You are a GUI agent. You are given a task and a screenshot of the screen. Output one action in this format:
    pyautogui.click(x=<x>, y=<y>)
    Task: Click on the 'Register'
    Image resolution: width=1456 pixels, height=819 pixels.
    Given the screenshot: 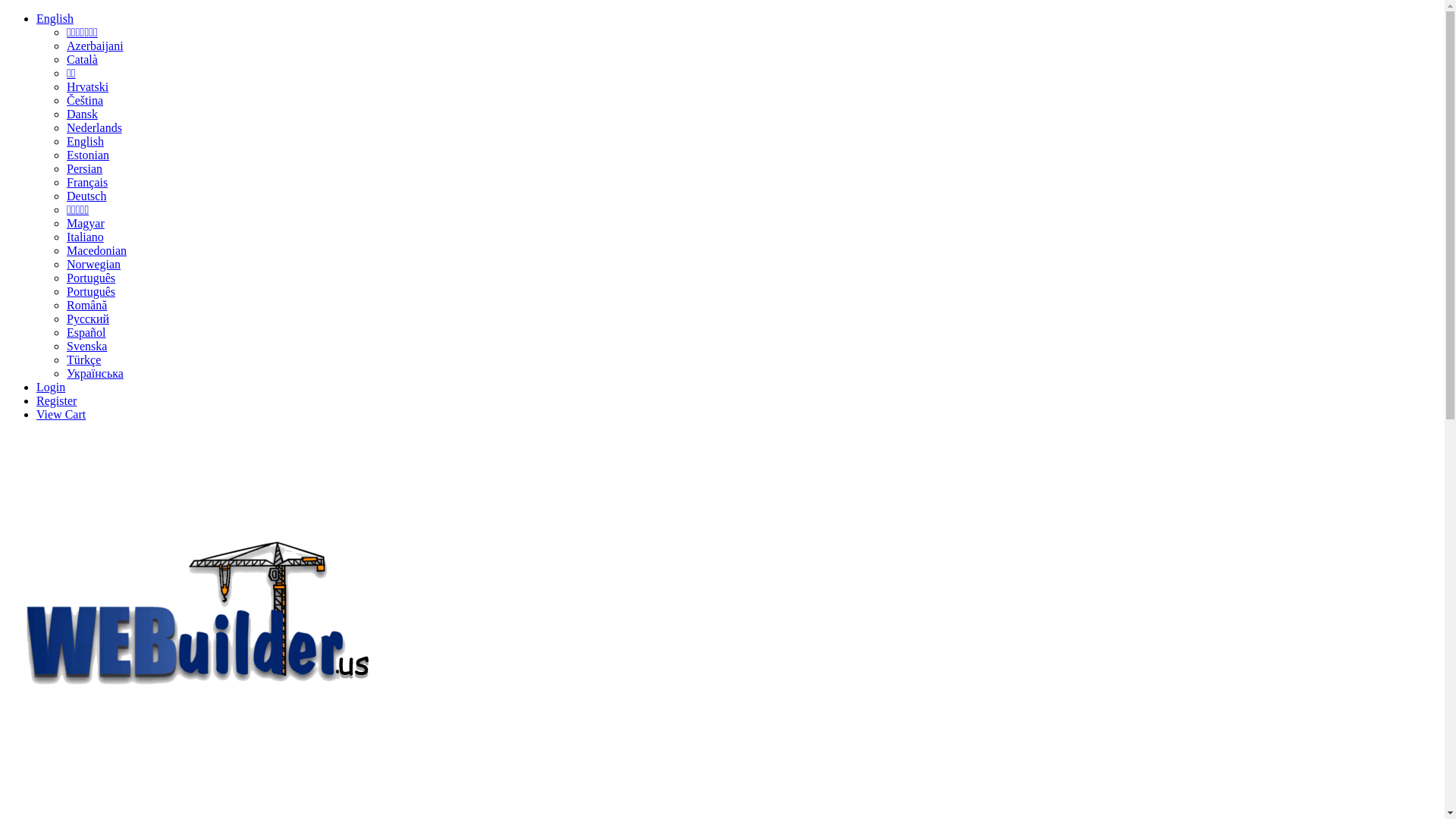 What is the action you would take?
    pyautogui.click(x=56, y=400)
    